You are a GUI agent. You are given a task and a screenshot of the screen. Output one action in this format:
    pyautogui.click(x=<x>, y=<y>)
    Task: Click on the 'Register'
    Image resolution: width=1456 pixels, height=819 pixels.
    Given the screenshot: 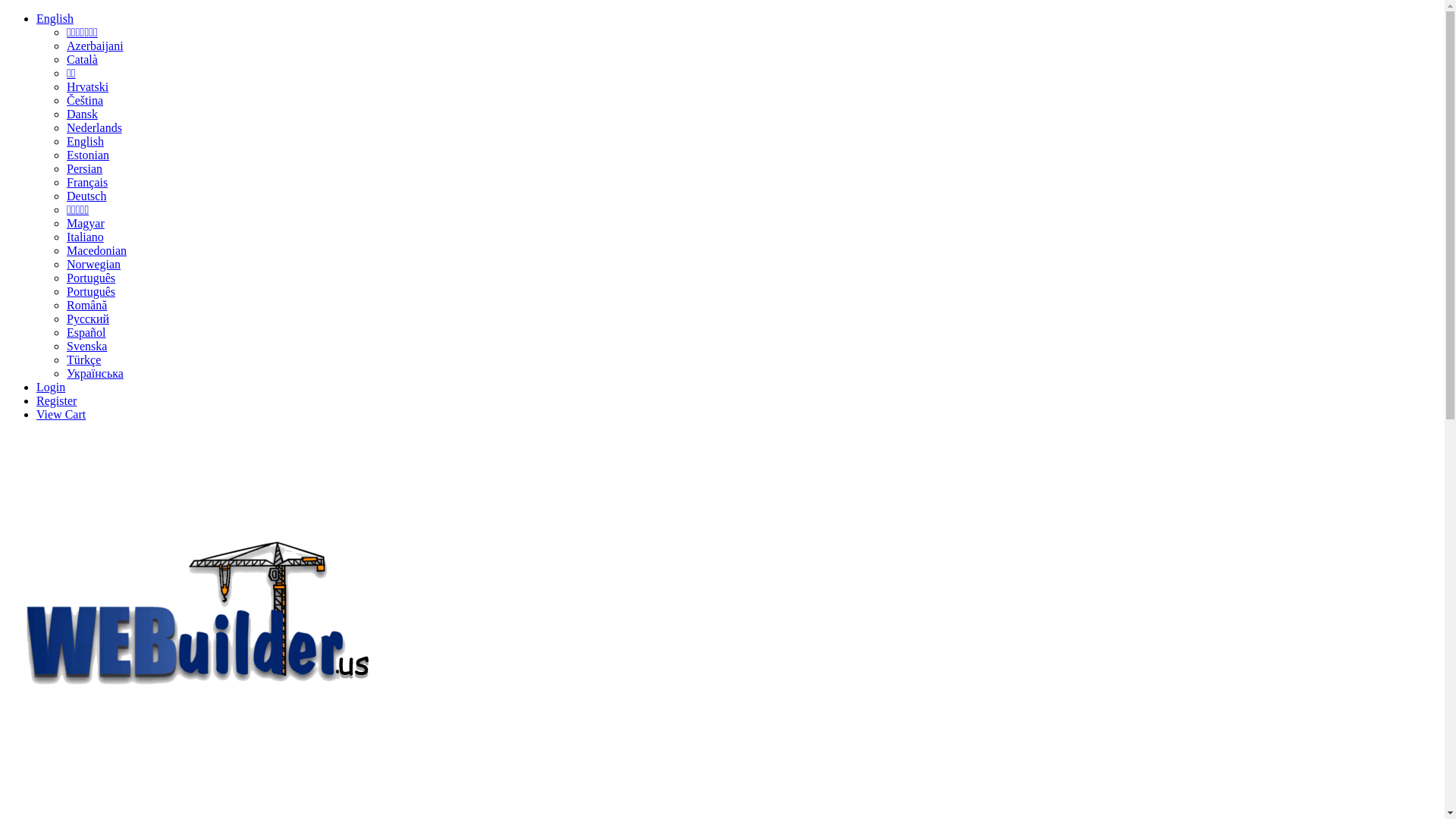 What is the action you would take?
    pyautogui.click(x=56, y=400)
    